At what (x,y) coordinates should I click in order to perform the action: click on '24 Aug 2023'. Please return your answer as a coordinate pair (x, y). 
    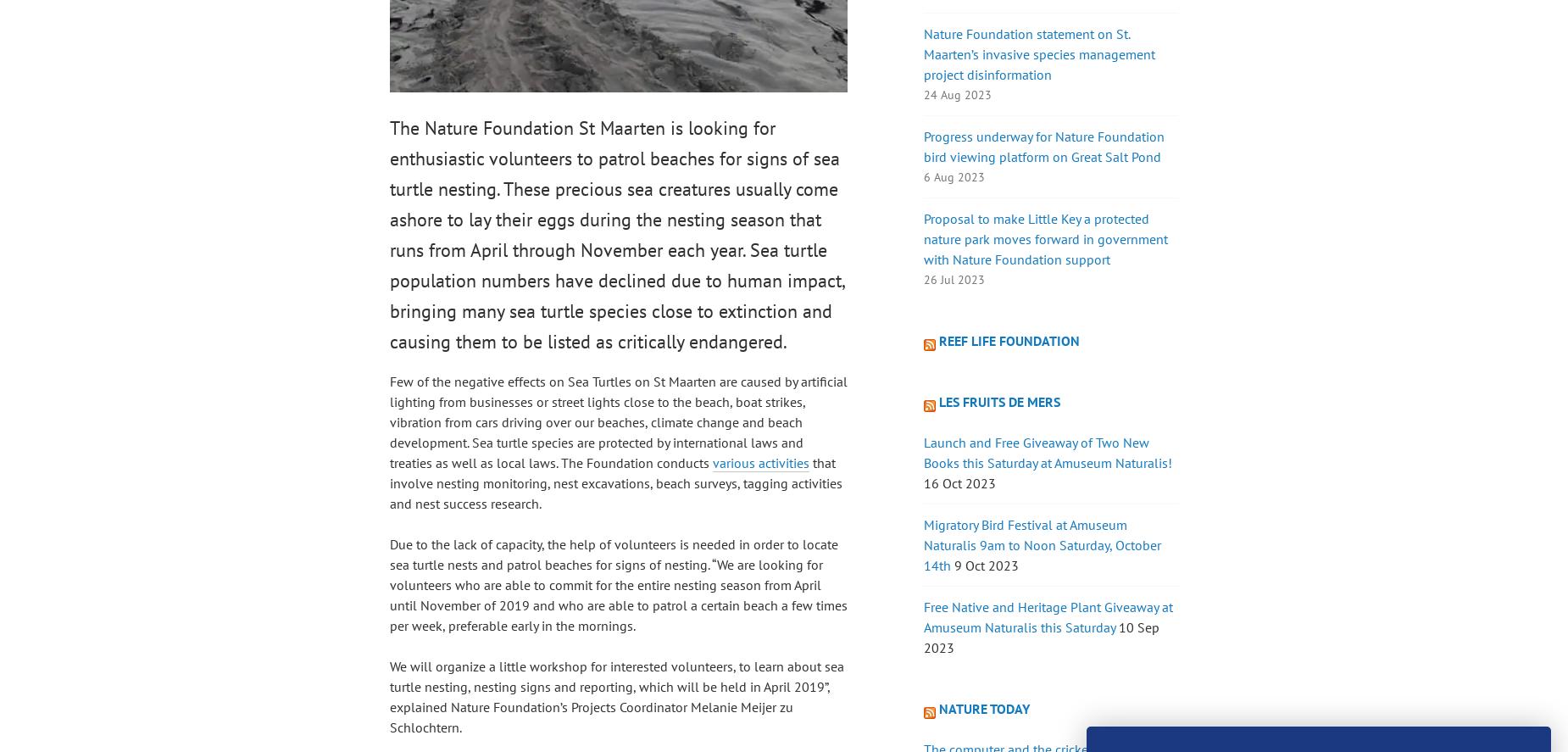
    Looking at the image, I should click on (923, 95).